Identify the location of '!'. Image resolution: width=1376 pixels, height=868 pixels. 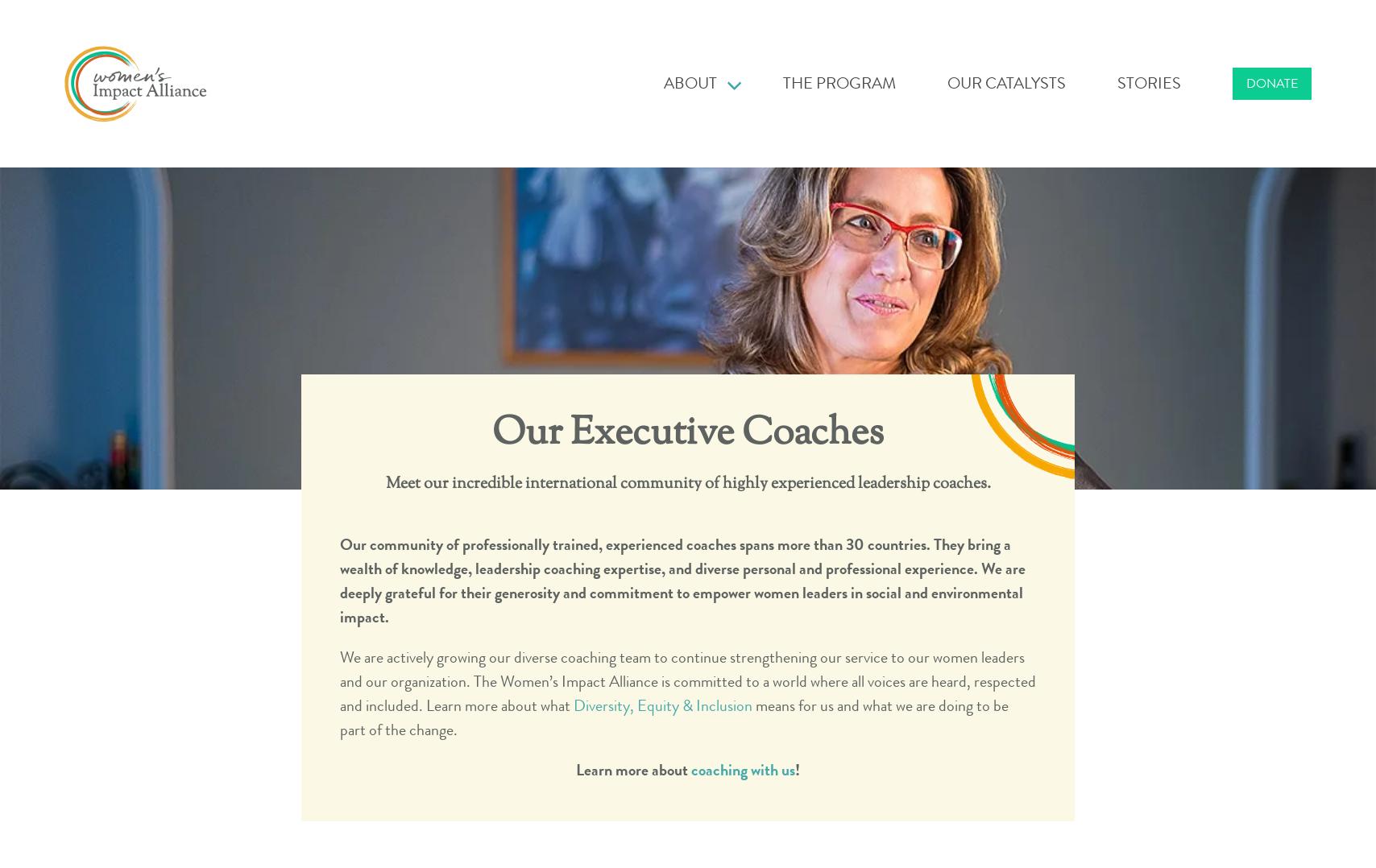
(795, 768).